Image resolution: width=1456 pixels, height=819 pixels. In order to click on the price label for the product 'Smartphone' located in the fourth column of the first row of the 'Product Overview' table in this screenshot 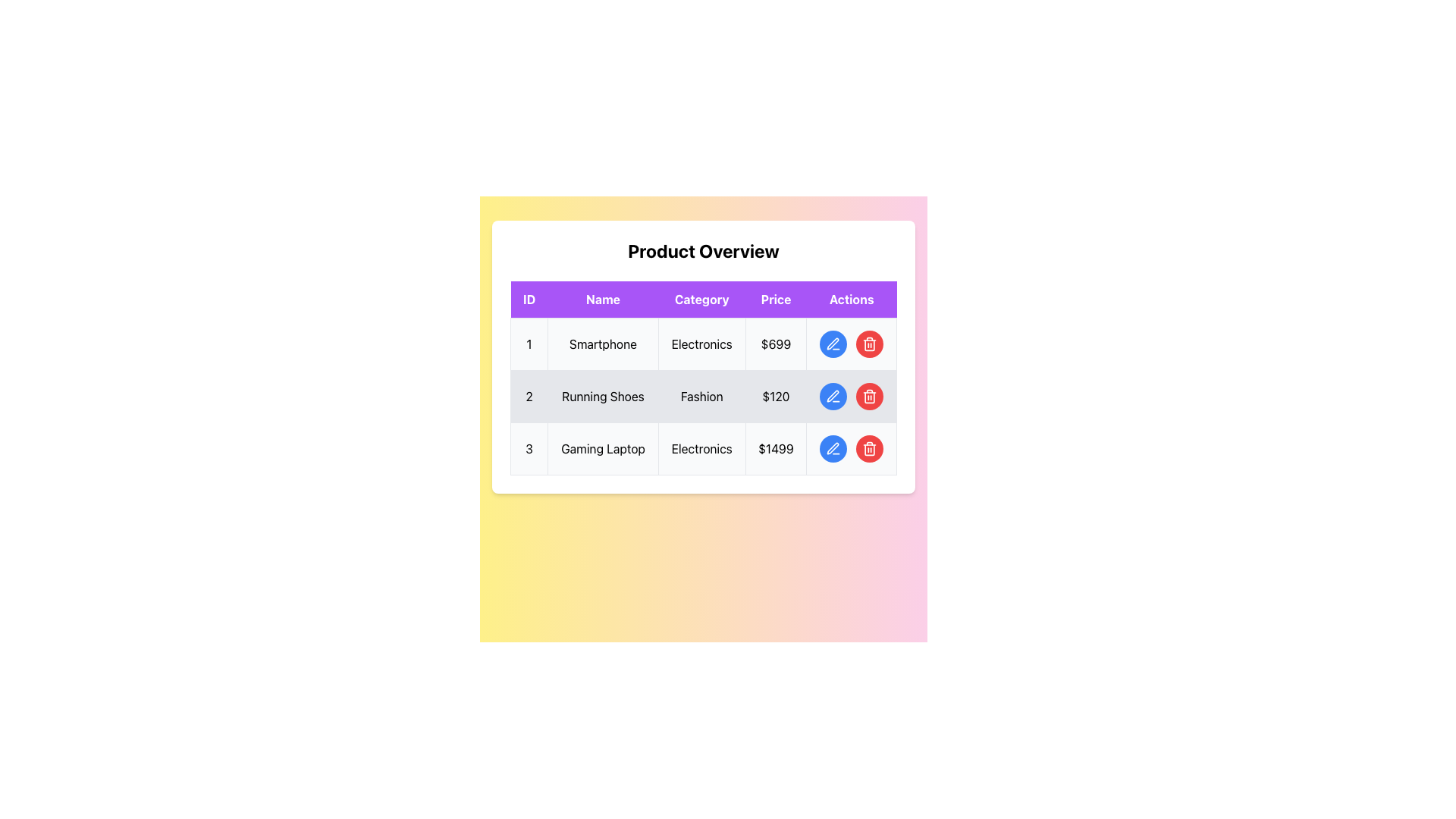, I will do `click(776, 344)`.